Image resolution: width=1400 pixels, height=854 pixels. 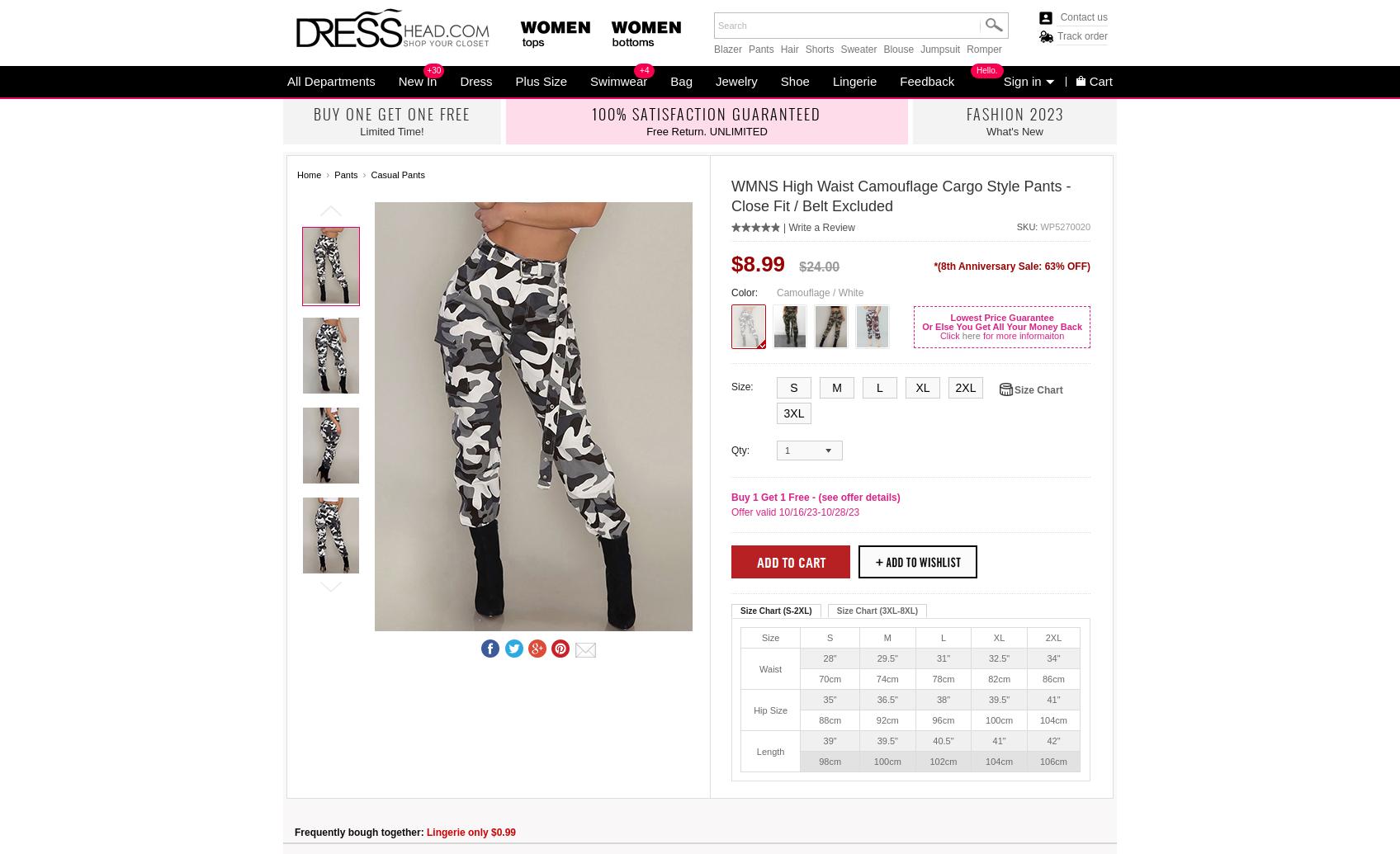 I want to click on 'Length', so click(x=769, y=749).